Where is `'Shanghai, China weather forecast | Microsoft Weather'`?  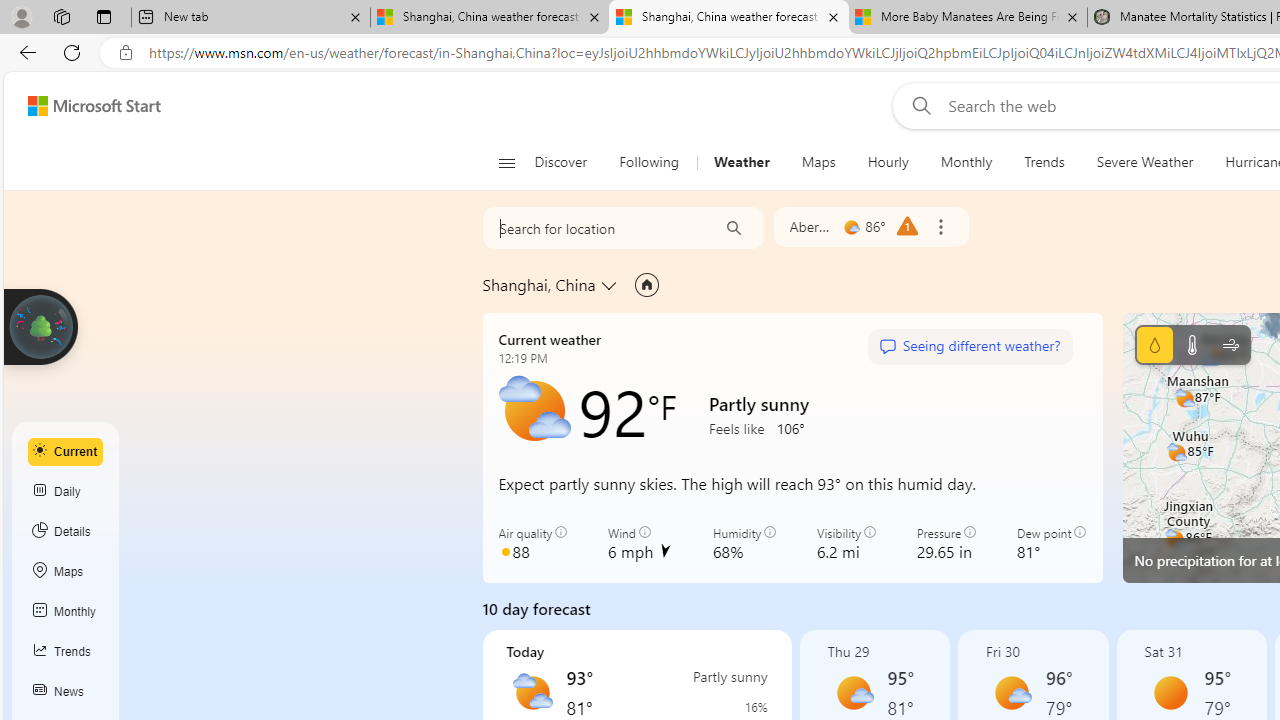
'Shanghai, China weather forecast | Microsoft Weather' is located at coordinates (728, 17).